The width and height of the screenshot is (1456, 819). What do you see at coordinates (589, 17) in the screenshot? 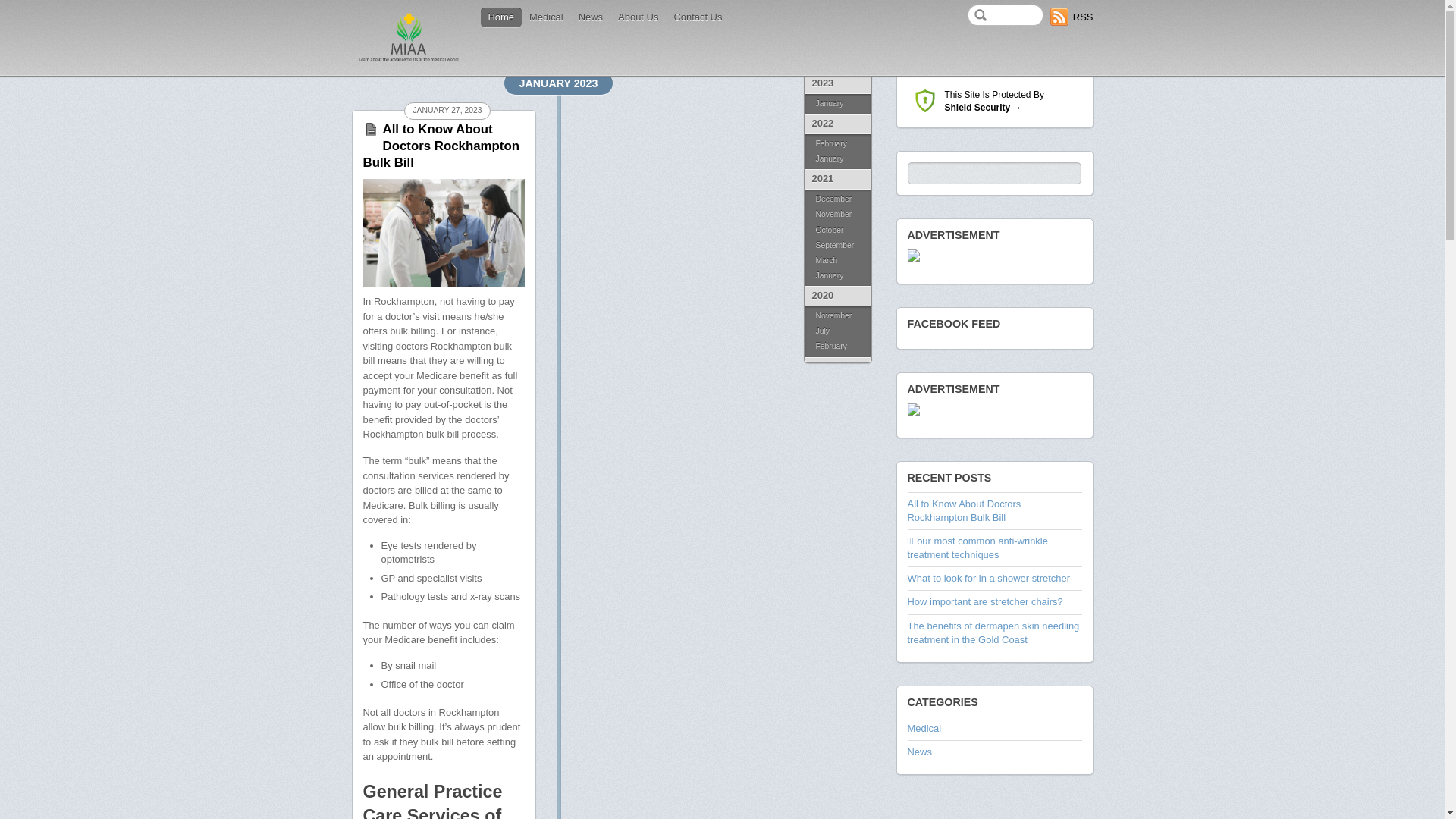
I see `'News'` at bounding box center [589, 17].